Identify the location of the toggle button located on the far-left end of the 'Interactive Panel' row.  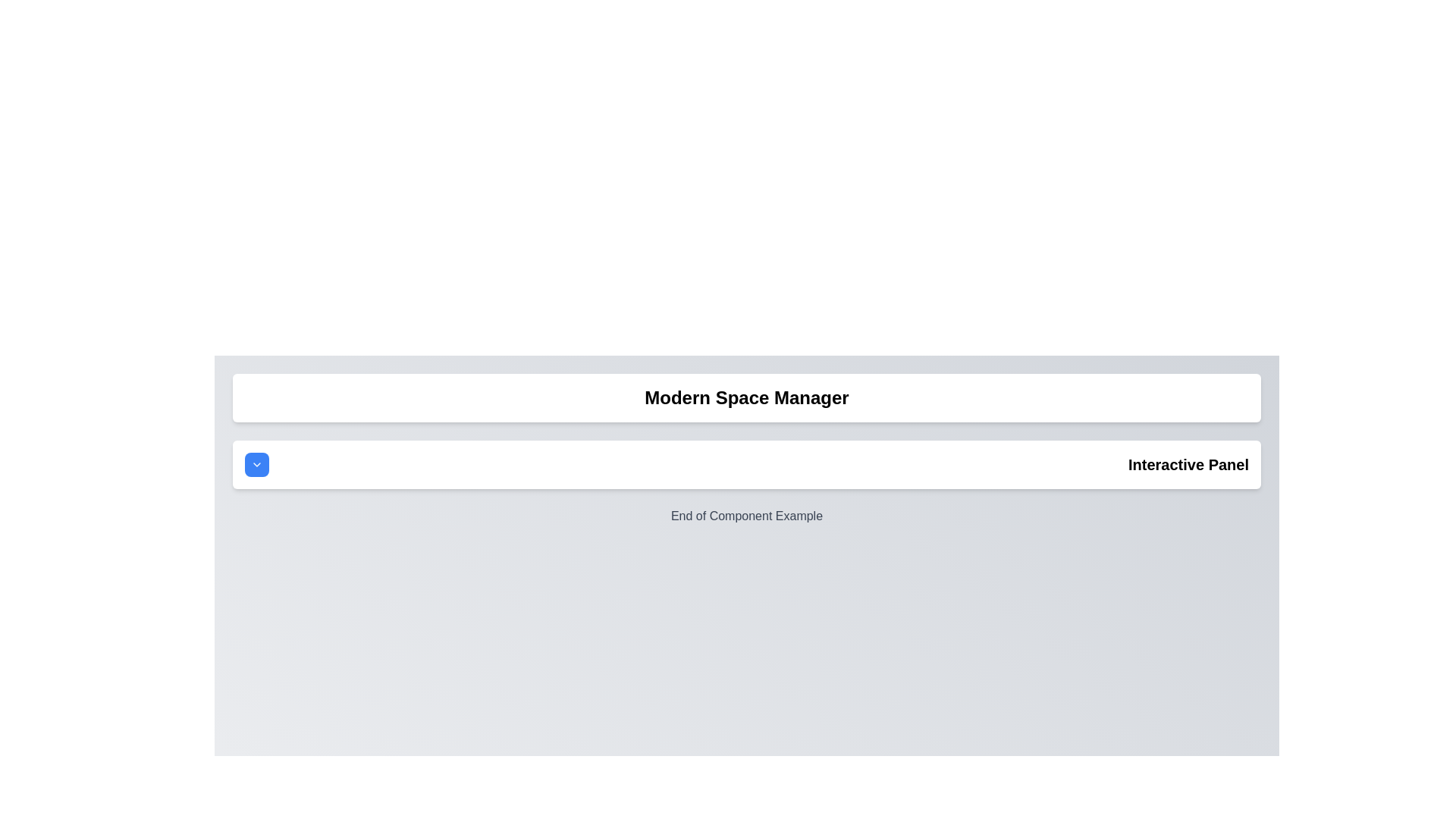
(257, 464).